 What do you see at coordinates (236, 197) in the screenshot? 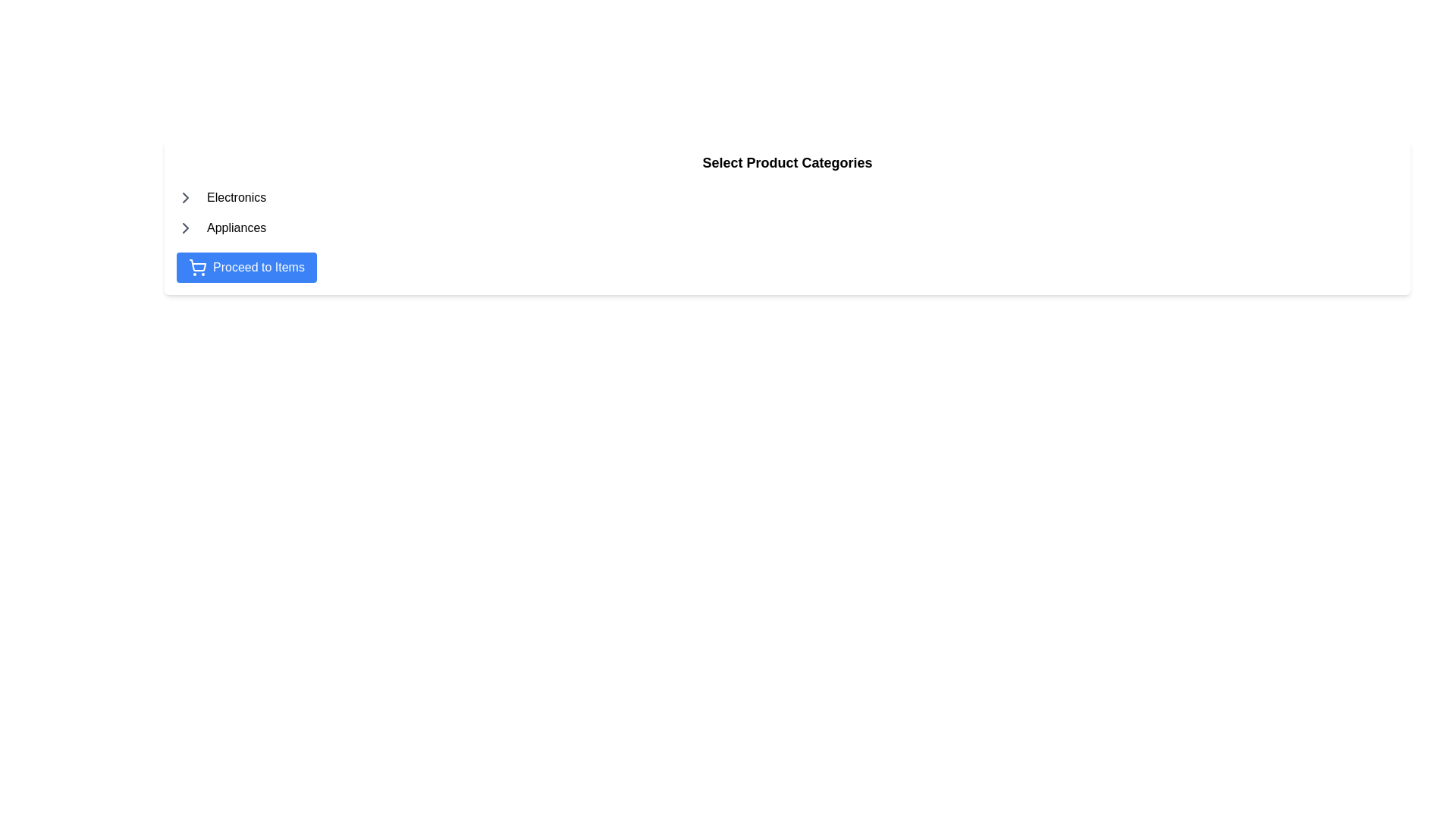
I see `the Text label that serves as a category header, positioned to the right of a small triangular icon and above the 'Appliances' list item` at bounding box center [236, 197].